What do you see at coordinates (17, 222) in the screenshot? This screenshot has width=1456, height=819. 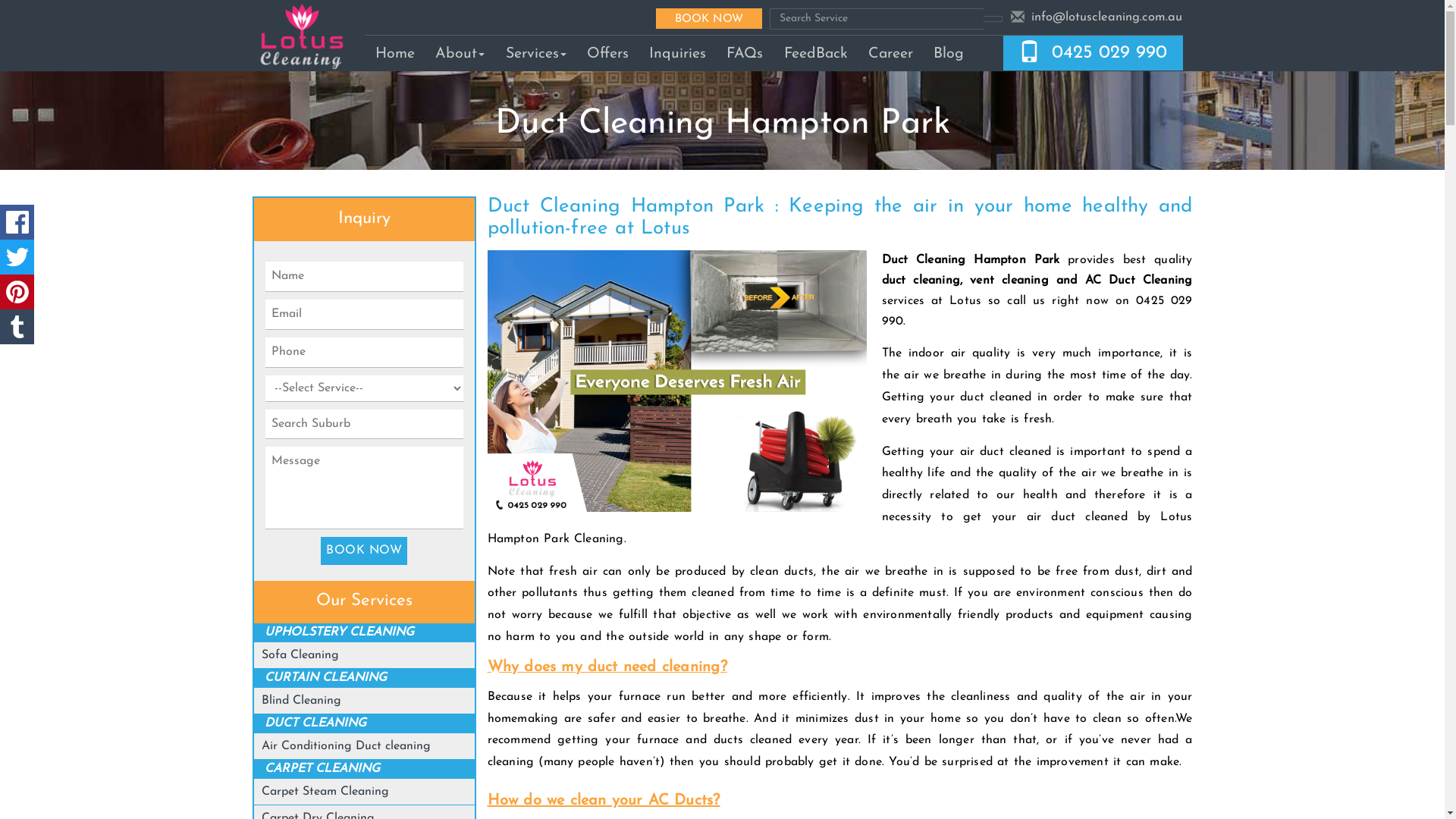 I see `'share with: facebook'` at bounding box center [17, 222].